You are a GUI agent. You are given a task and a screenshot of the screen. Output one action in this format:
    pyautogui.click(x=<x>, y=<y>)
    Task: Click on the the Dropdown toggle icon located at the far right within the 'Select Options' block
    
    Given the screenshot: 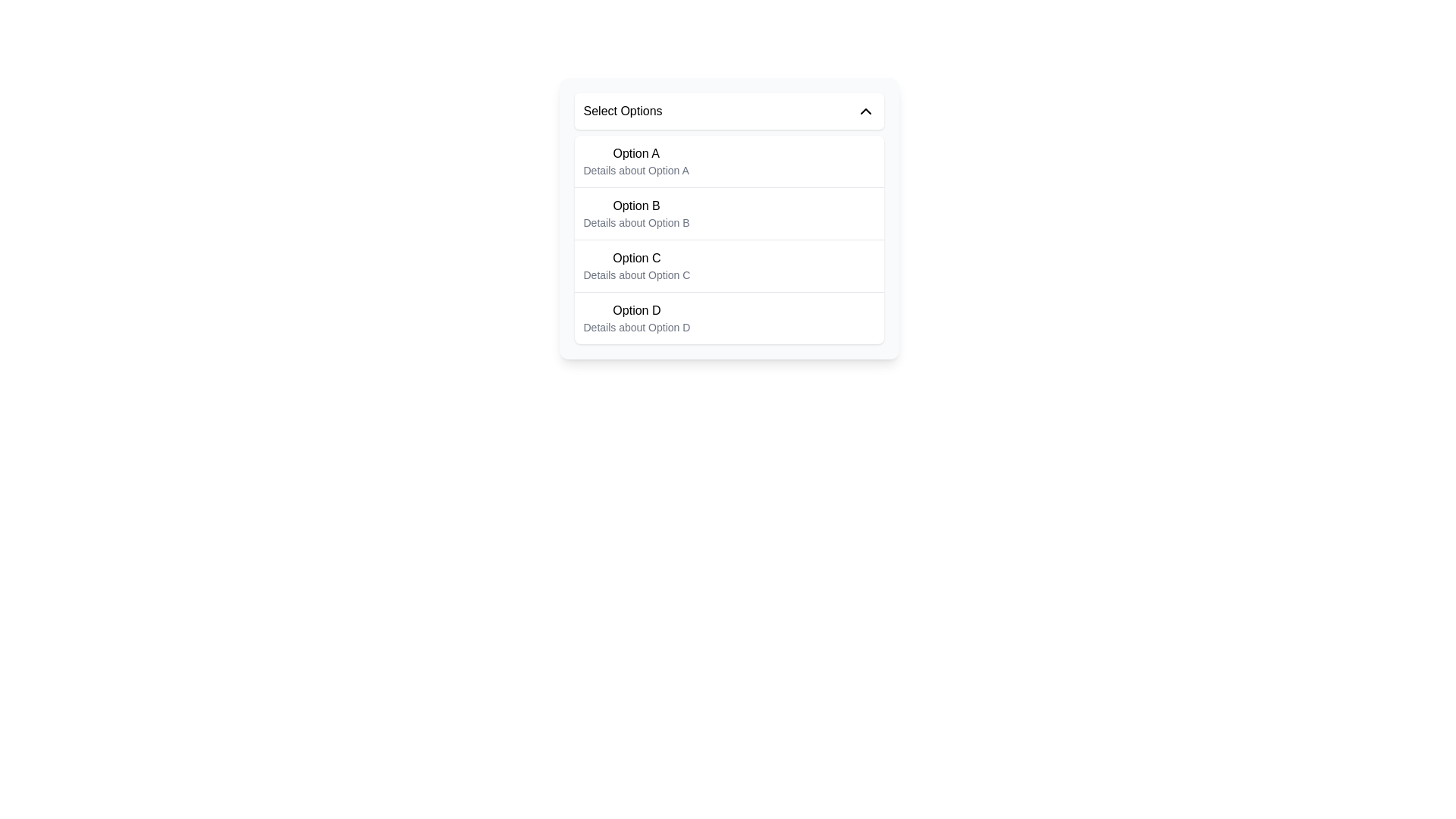 What is the action you would take?
    pyautogui.click(x=865, y=110)
    